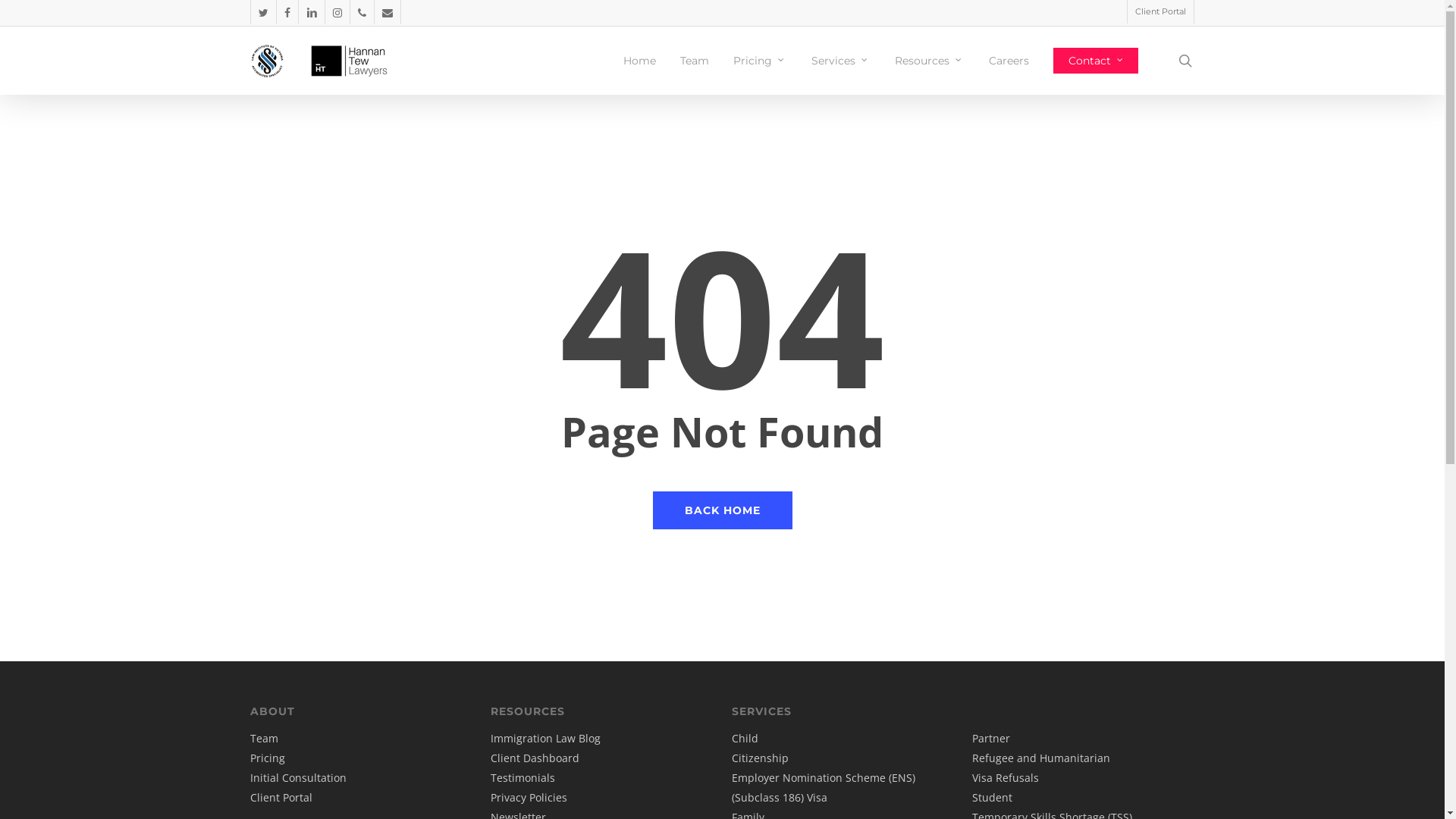 The height and width of the screenshot is (819, 1456). Describe the element at coordinates (720, 510) in the screenshot. I see `'BACK HOME'` at that location.